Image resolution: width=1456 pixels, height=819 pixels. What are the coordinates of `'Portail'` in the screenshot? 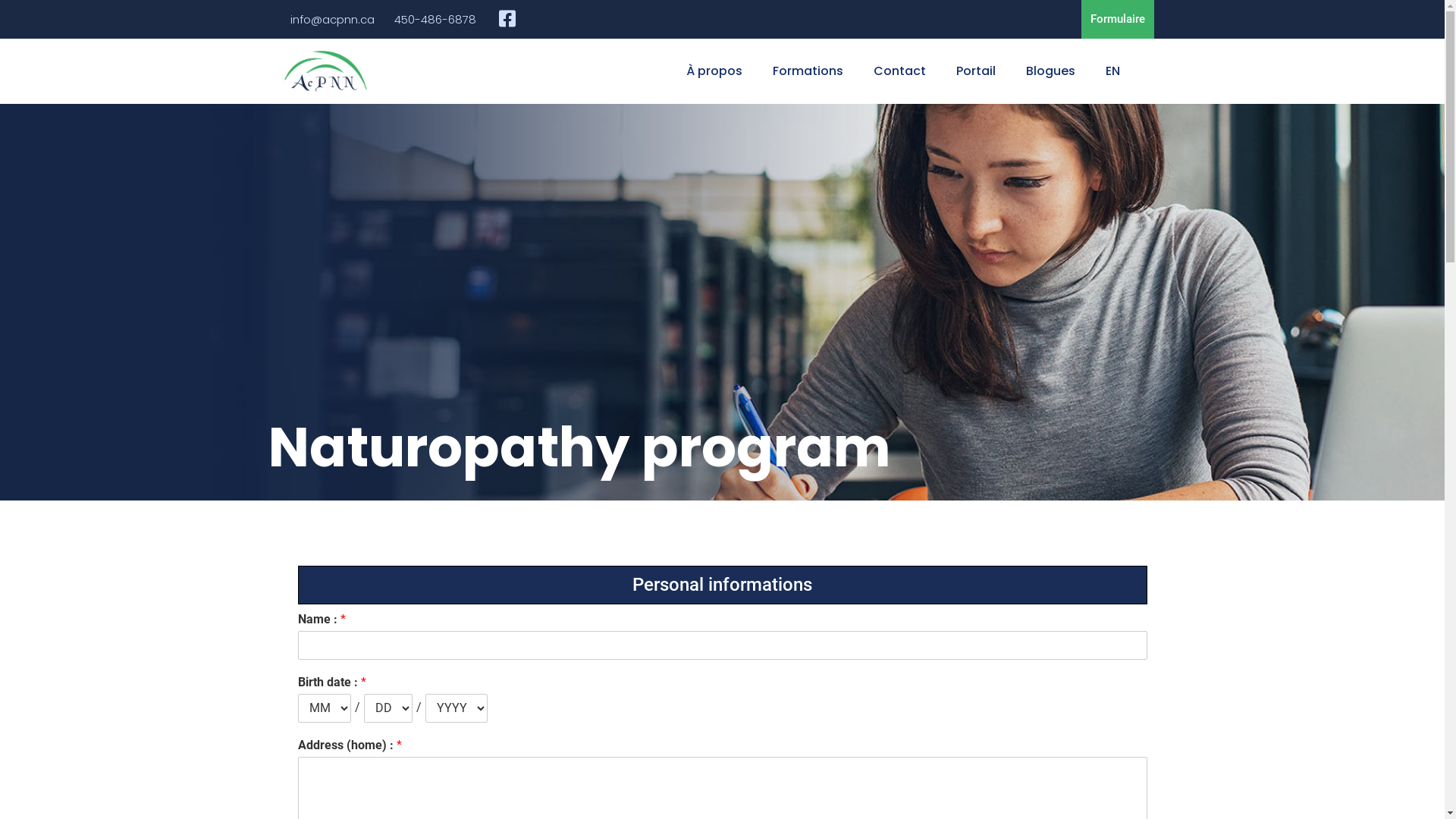 It's located at (975, 71).